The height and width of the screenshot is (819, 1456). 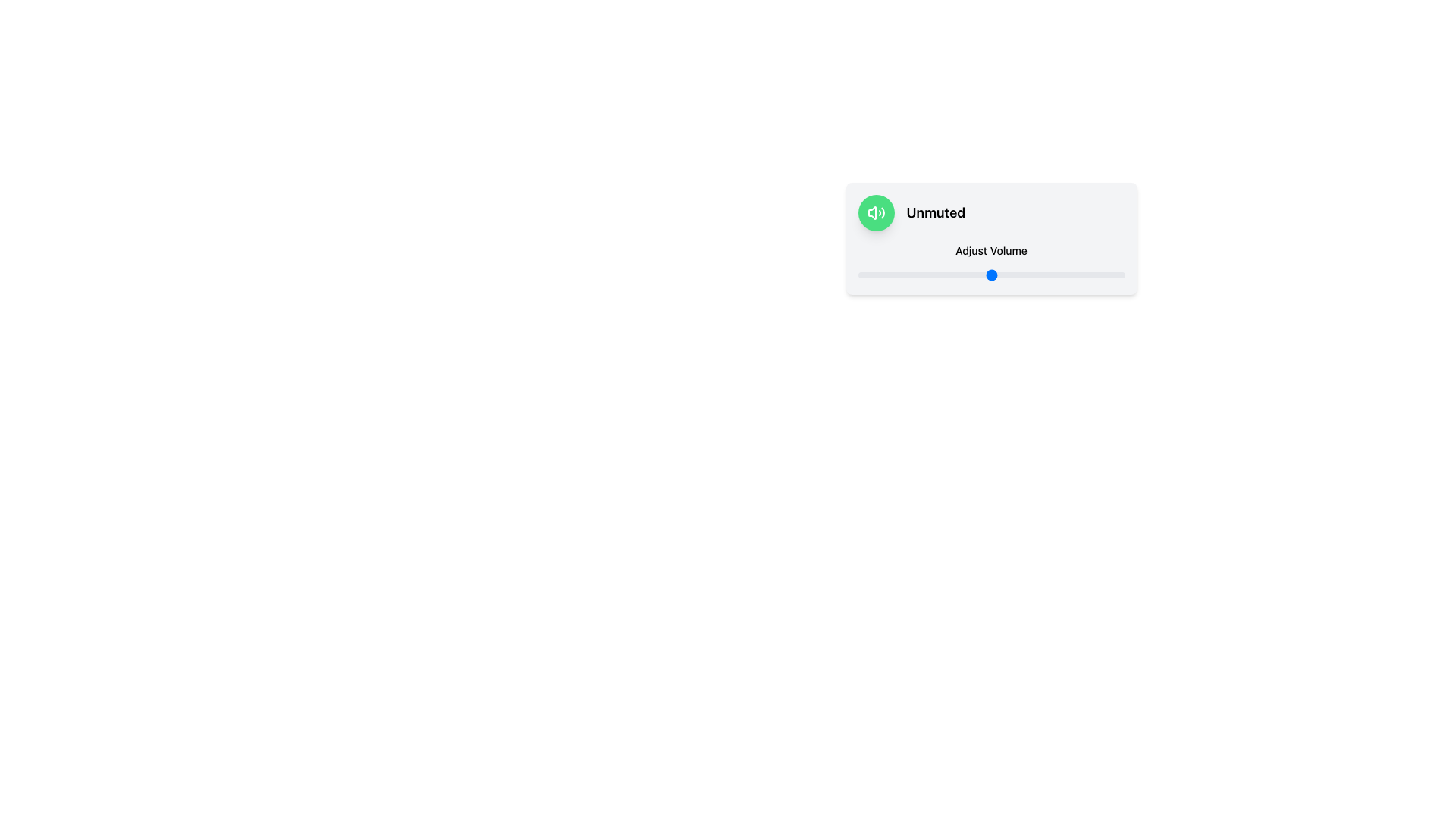 I want to click on the volume, so click(x=943, y=275).